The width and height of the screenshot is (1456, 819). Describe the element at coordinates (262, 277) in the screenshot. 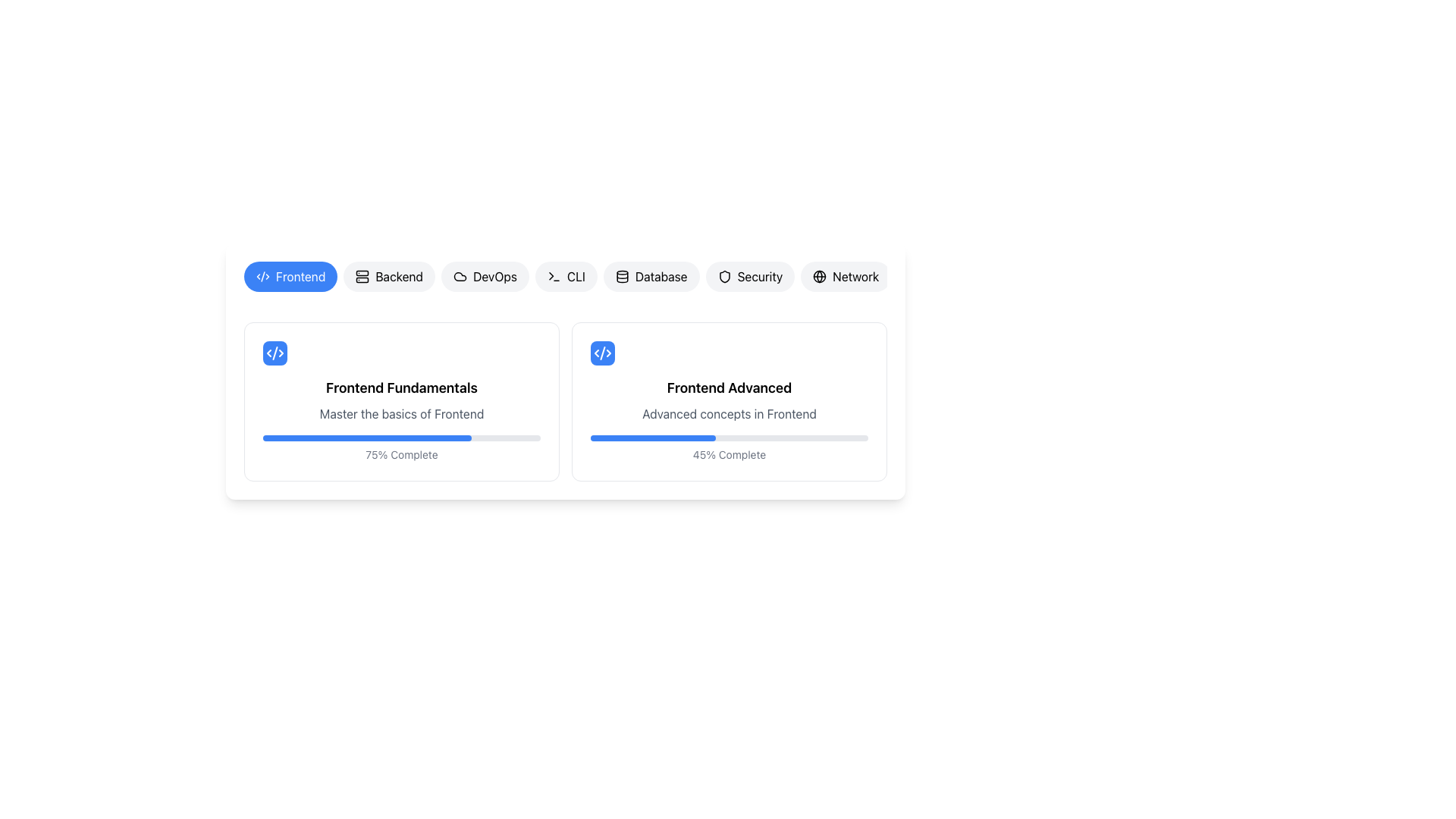

I see `the 'Frontend' category icon located inside a blue rounded rectangle on the left side of the navigational tabs` at that location.